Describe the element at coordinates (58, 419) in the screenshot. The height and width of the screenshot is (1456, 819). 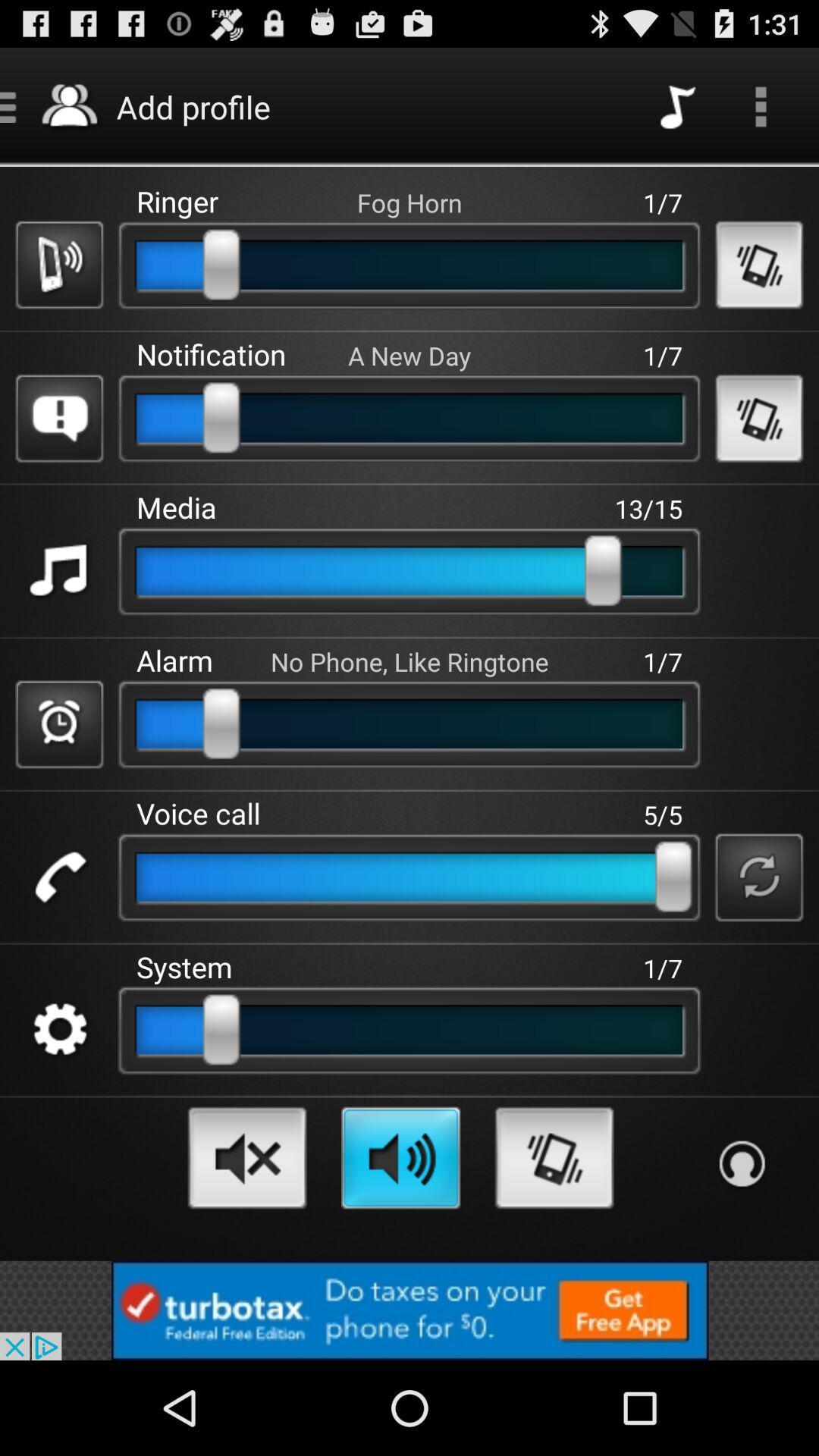
I see `text notification options` at that location.